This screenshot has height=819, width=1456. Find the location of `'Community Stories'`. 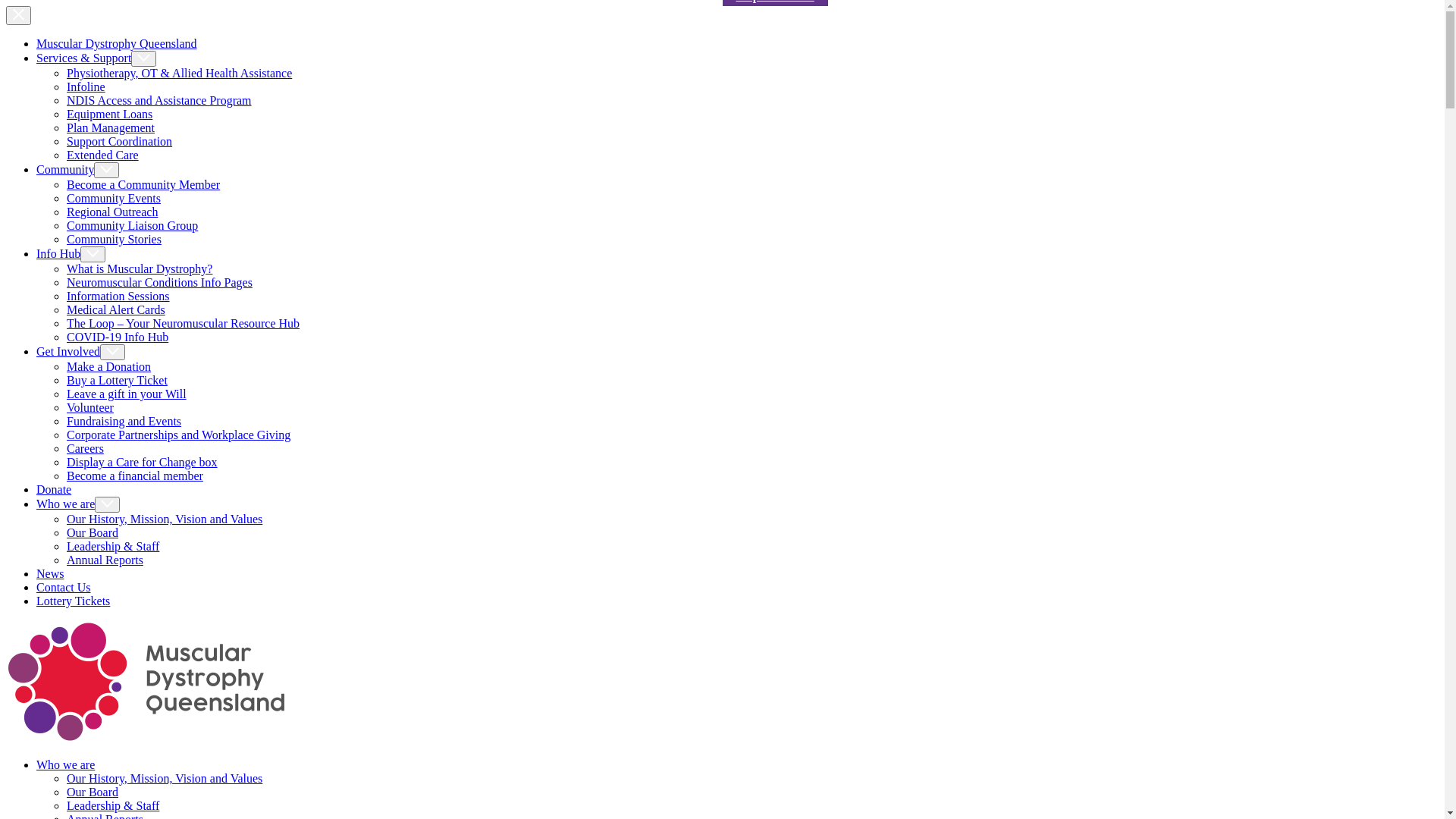

'Community Stories' is located at coordinates (113, 239).